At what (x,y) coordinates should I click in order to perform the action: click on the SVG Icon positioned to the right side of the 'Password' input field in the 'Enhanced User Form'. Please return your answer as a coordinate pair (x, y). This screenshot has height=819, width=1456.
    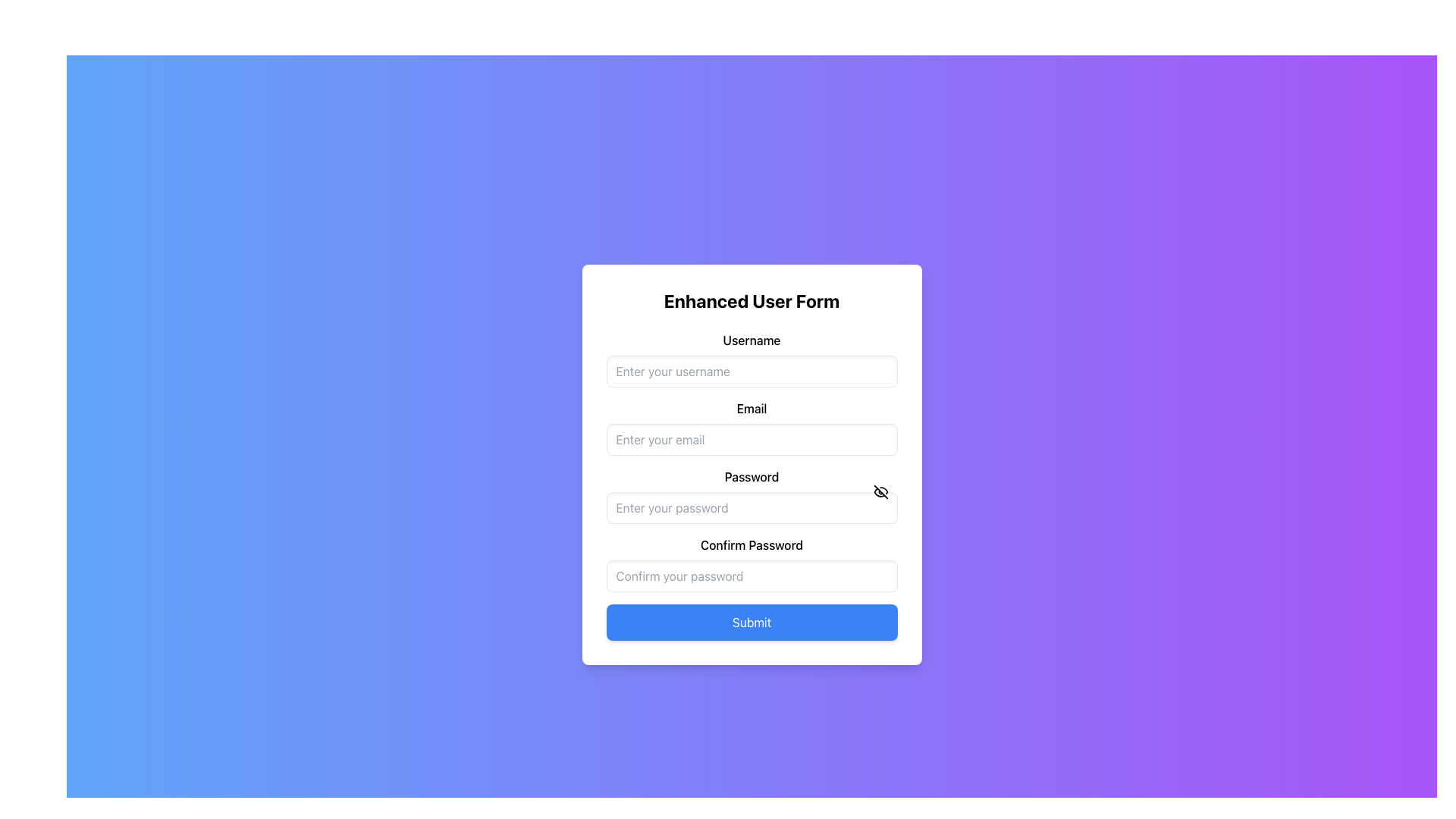
    Looking at the image, I should click on (880, 491).